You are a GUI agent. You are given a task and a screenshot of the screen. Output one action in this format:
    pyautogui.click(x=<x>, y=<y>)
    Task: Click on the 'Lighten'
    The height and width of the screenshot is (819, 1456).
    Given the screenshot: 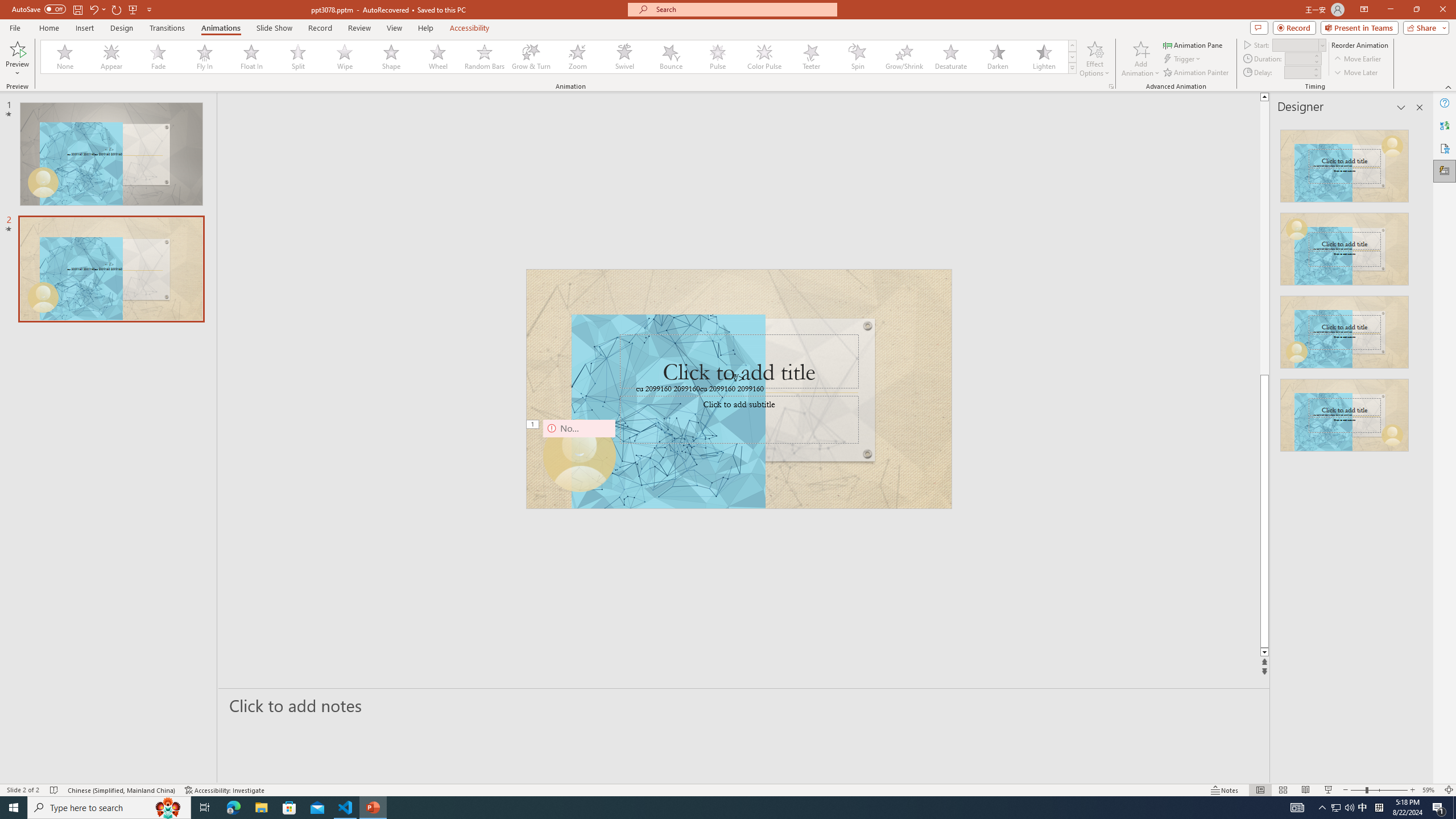 What is the action you would take?
    pyautogui.click(x=1043, y=56)
    